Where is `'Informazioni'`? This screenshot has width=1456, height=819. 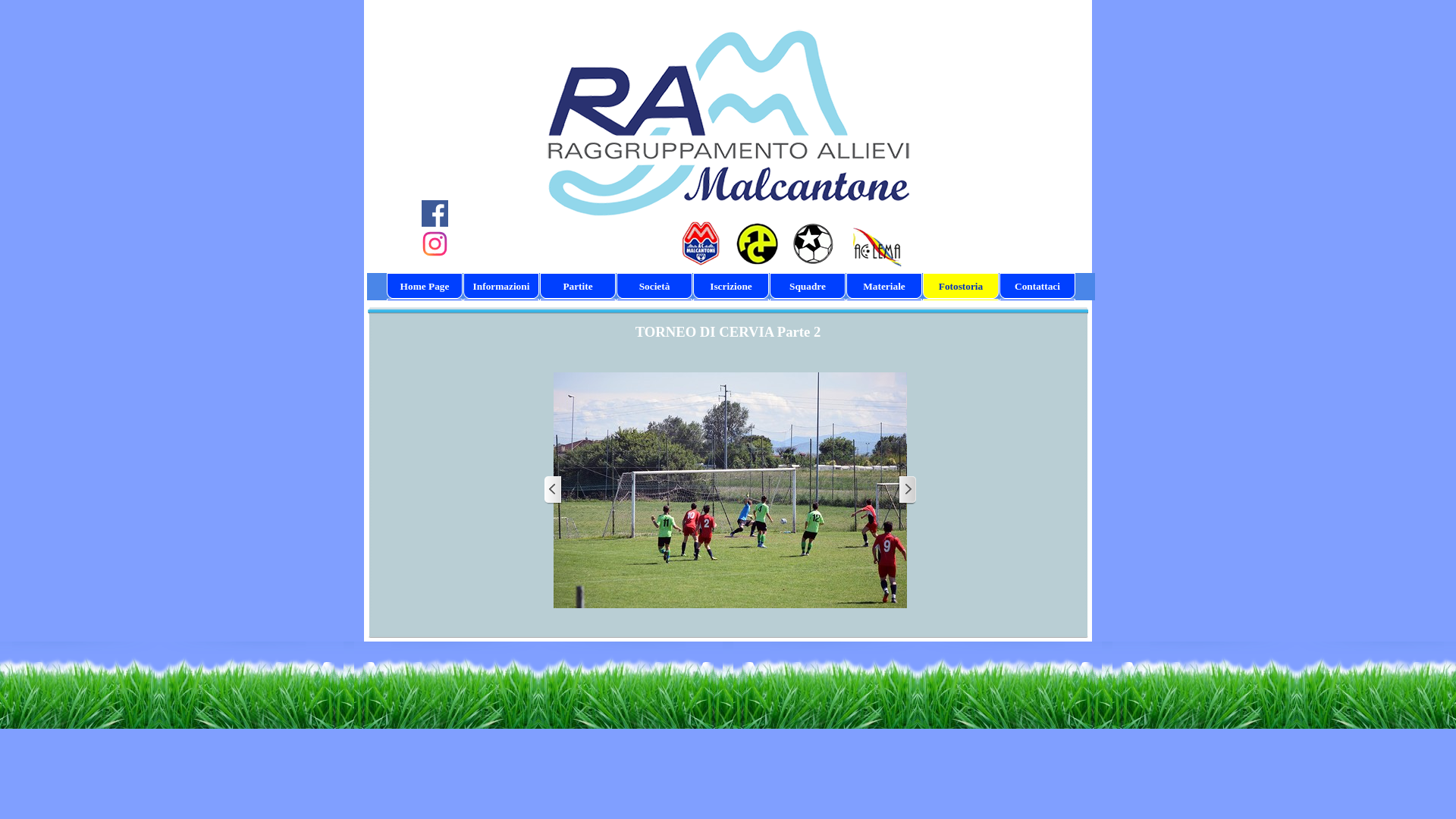 'Informazioni' is located at coordinates (465, 287).